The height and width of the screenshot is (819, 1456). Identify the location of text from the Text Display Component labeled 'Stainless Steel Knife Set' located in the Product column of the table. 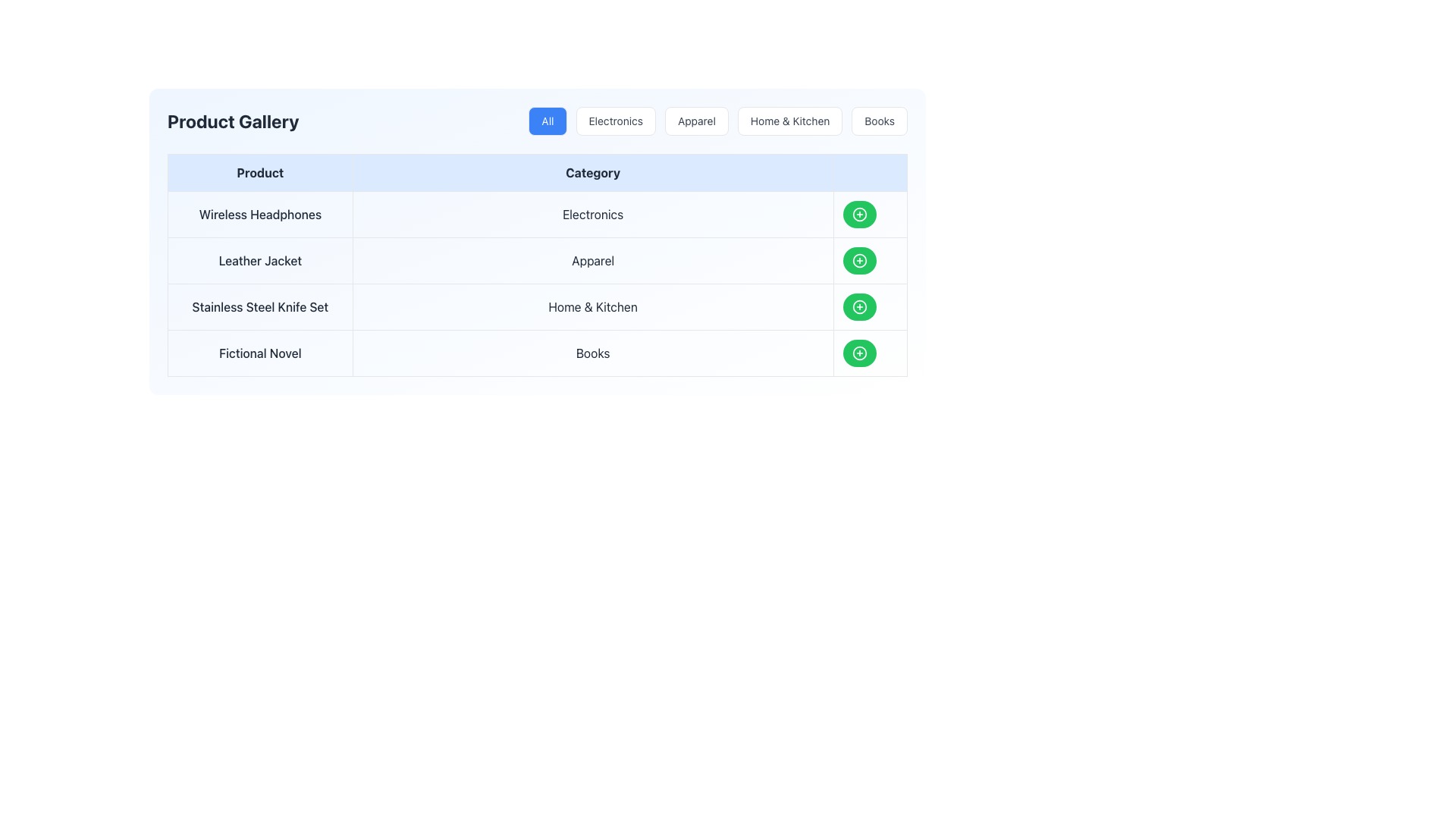
(260, 307).